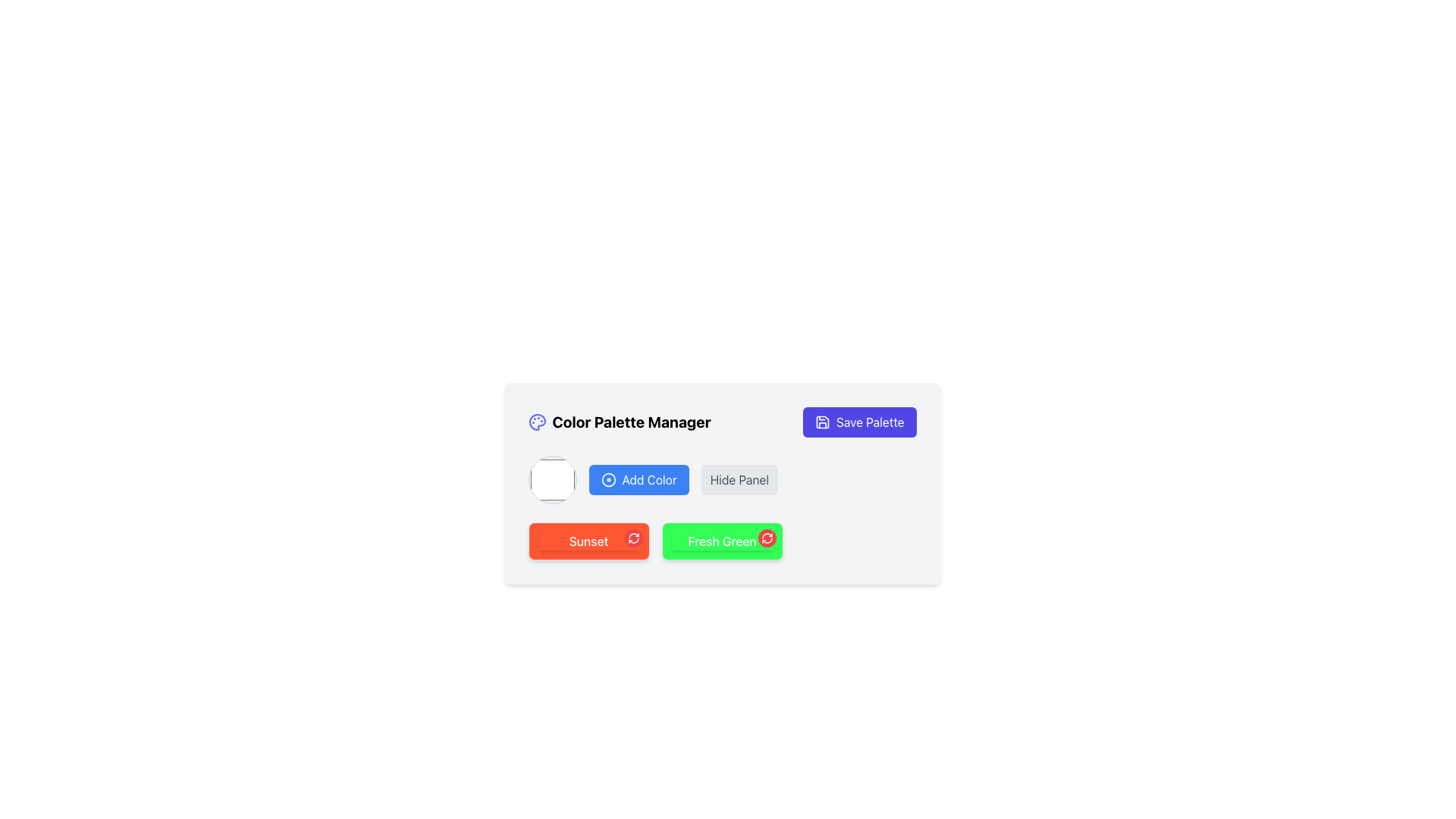 The image size is (1456, 819). I want to click on the 'Add Color' button, which is a prominent rectangular button with a blue background and white text, featuring a white disc icon on the left side, so click(639, 479).